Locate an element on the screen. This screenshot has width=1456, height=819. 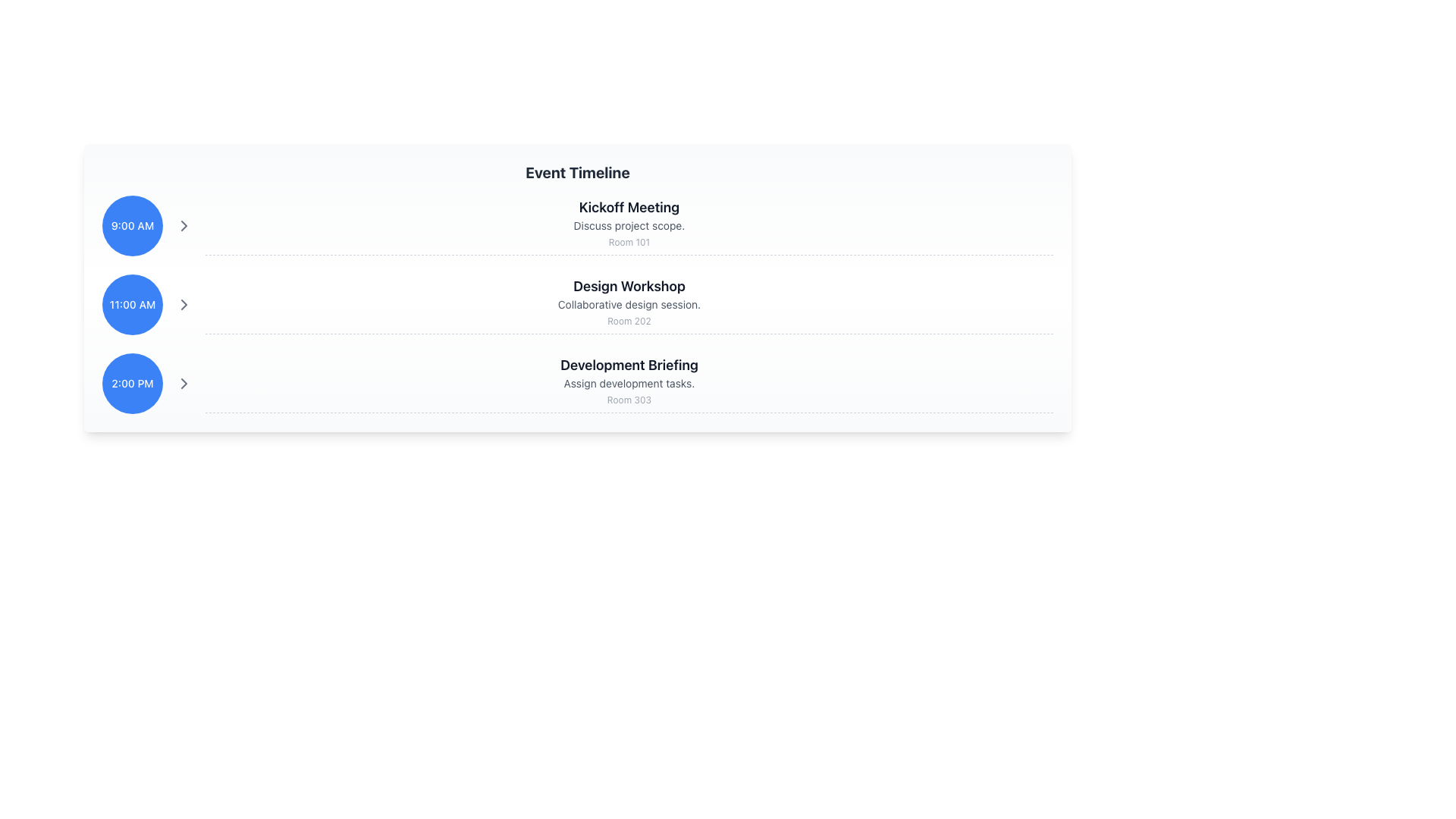
the right-pointing gray Chevron Icon located at the end of the row labeled '2:00 PM' is located at coordinates (184, 382).